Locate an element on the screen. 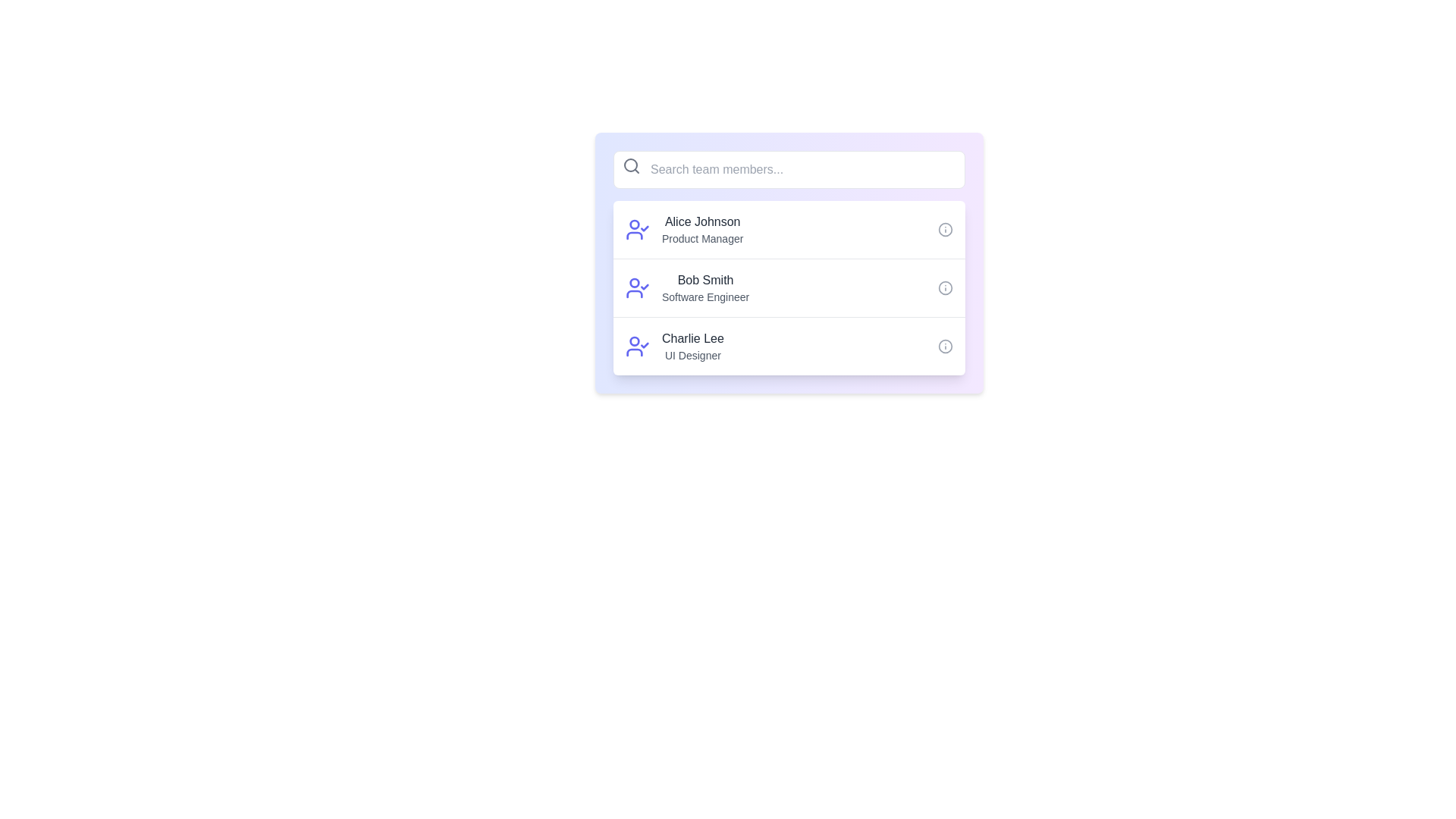  the informational icon located at the far-right of the list item for 'Bob Smith', aligned with 'Software Engineer' is located at coordinates (945, 288).